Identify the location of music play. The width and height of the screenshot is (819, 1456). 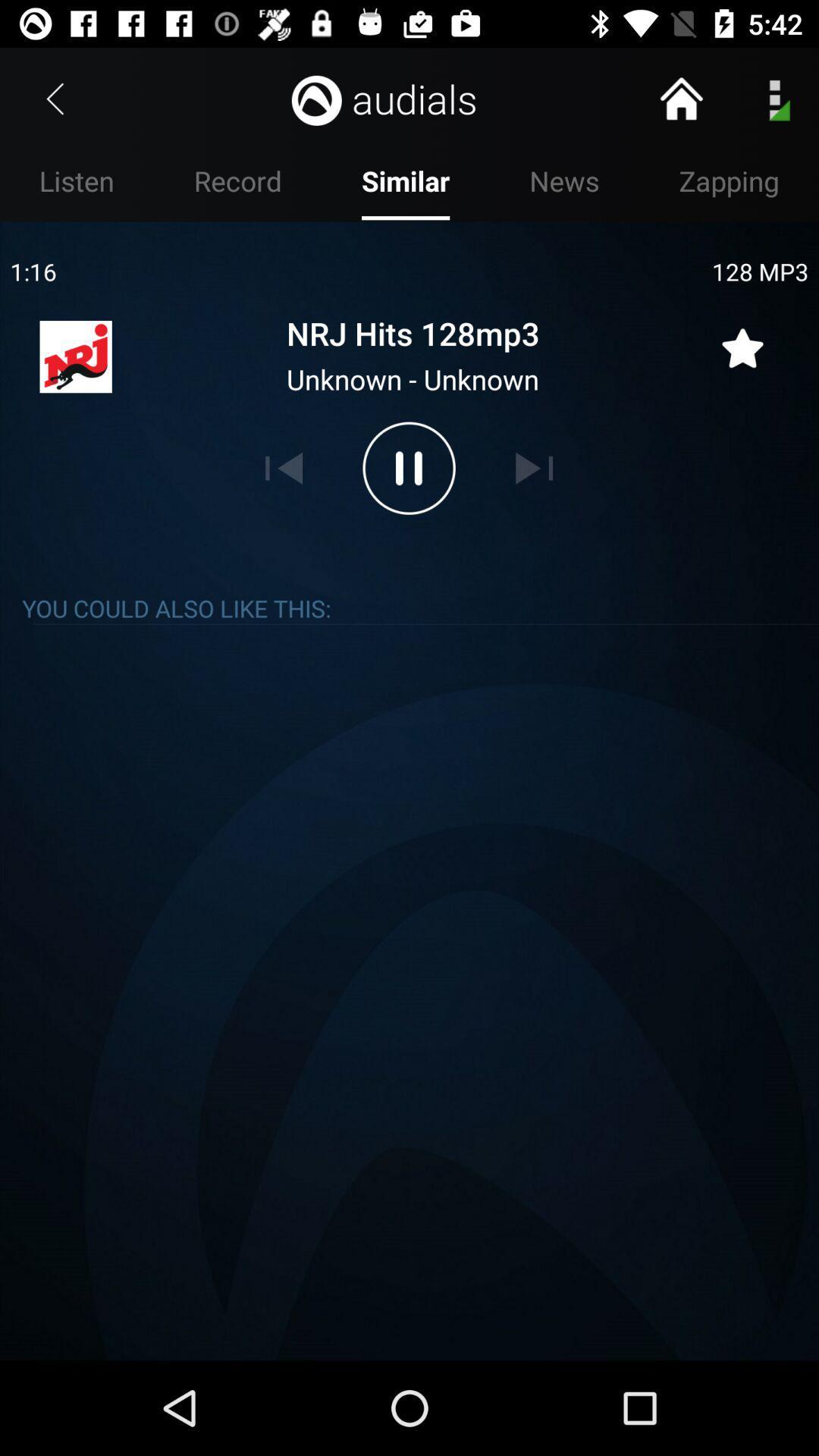
(408, 467).